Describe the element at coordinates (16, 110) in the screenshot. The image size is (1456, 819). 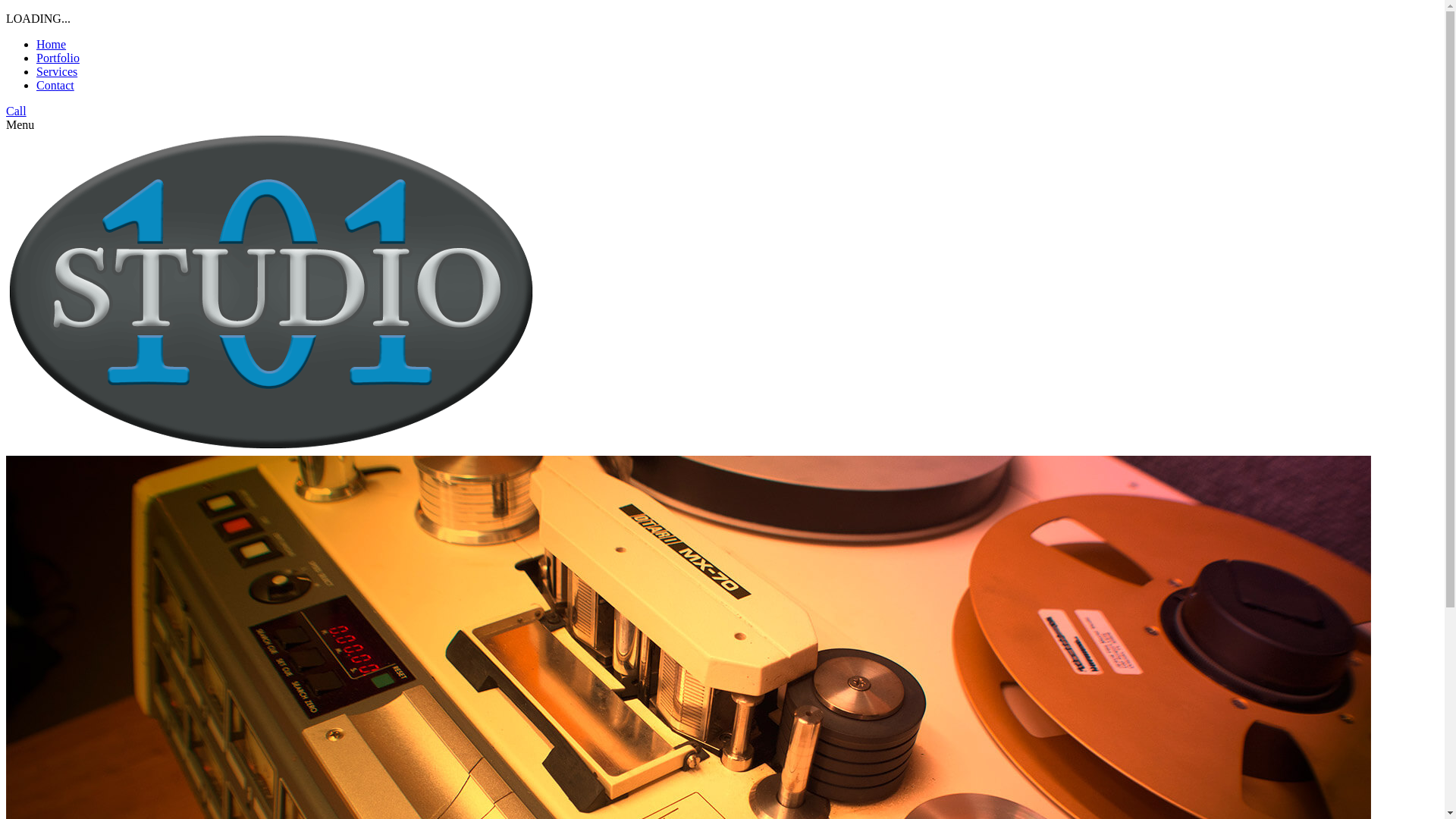
I see `'Call'` at that location.